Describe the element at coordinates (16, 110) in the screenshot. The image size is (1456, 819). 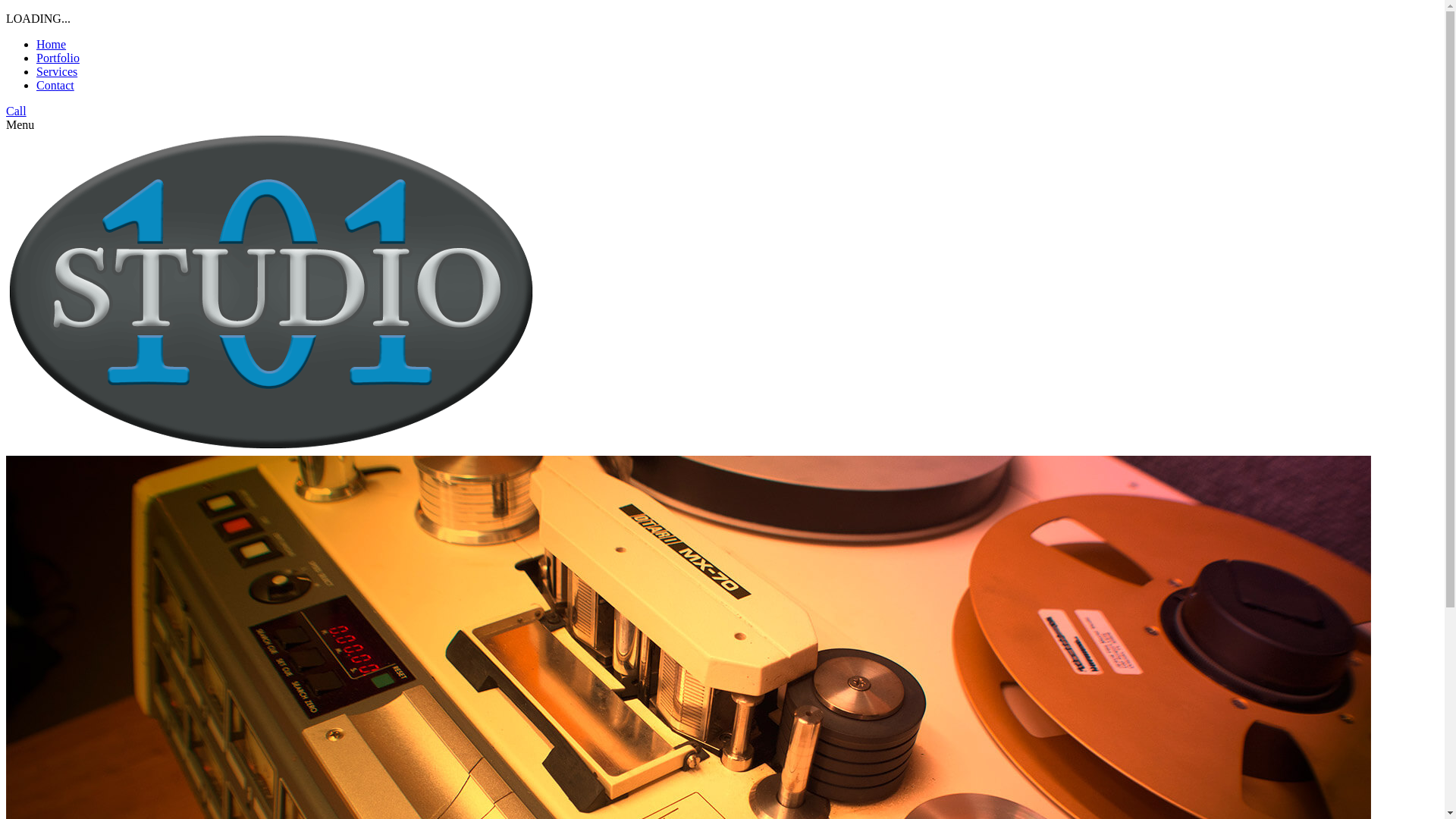
I see `'Call'` at that location.